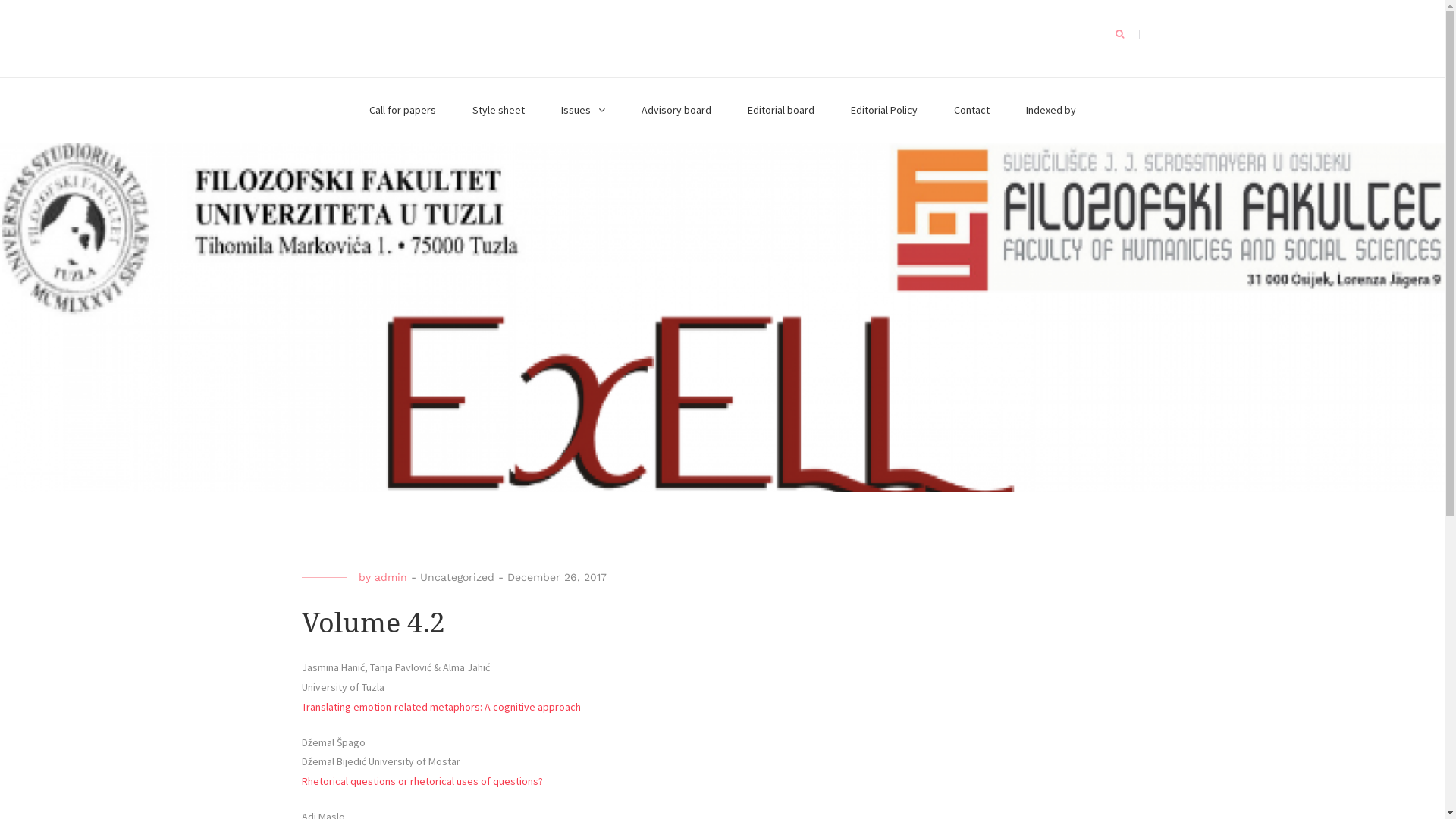 The image size is (1456, 819). What do you see at coordinates (401, 110) in the screenshot?
I see `'Call for papers'` at bounding box center [401, 110].